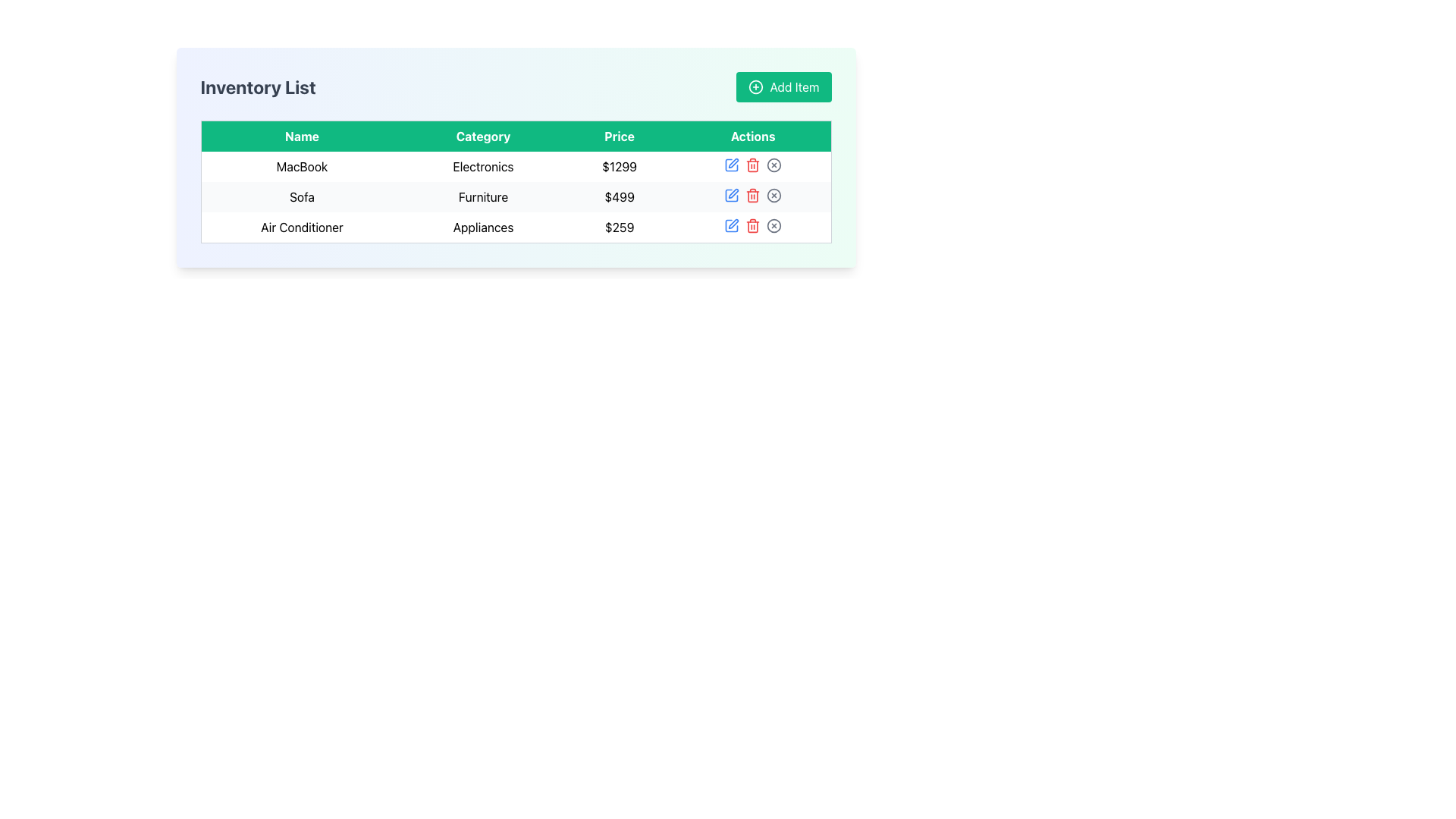 Image resolution: width=1456 pixels, height=819 pixels. What do you see at coordinates (732, 195) in the screenshot?
I see `the 'edit' icon in the 'Actions' column of the table row associated with the 'Sofa' item, which is positioned between the 'trash' and 'add' icons` at bounding box center [732, 195].